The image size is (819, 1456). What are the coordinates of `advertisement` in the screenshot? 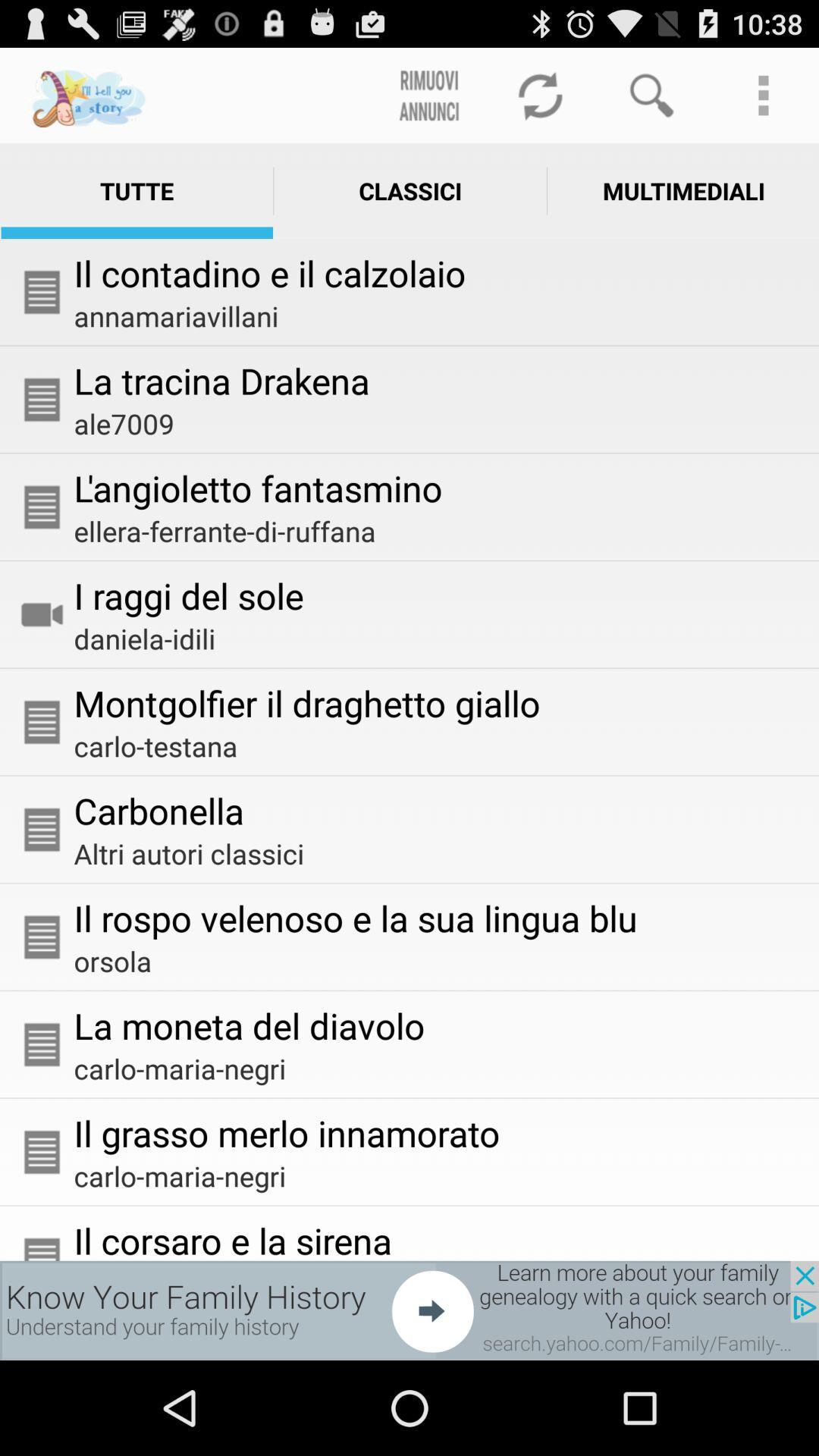 It's located at (409, 1310).